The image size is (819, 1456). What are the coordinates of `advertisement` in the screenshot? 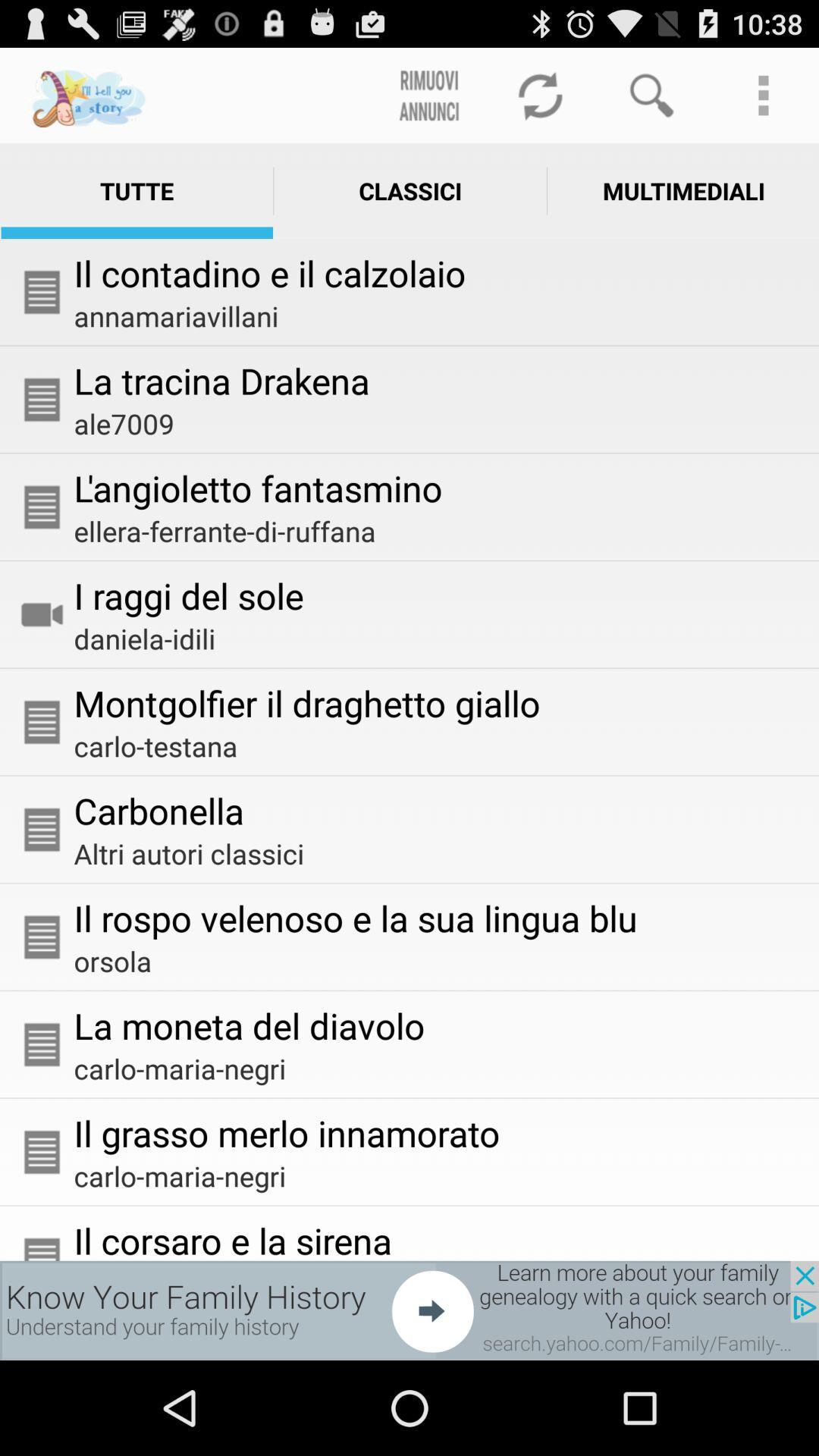 It's located at (409, 1310).